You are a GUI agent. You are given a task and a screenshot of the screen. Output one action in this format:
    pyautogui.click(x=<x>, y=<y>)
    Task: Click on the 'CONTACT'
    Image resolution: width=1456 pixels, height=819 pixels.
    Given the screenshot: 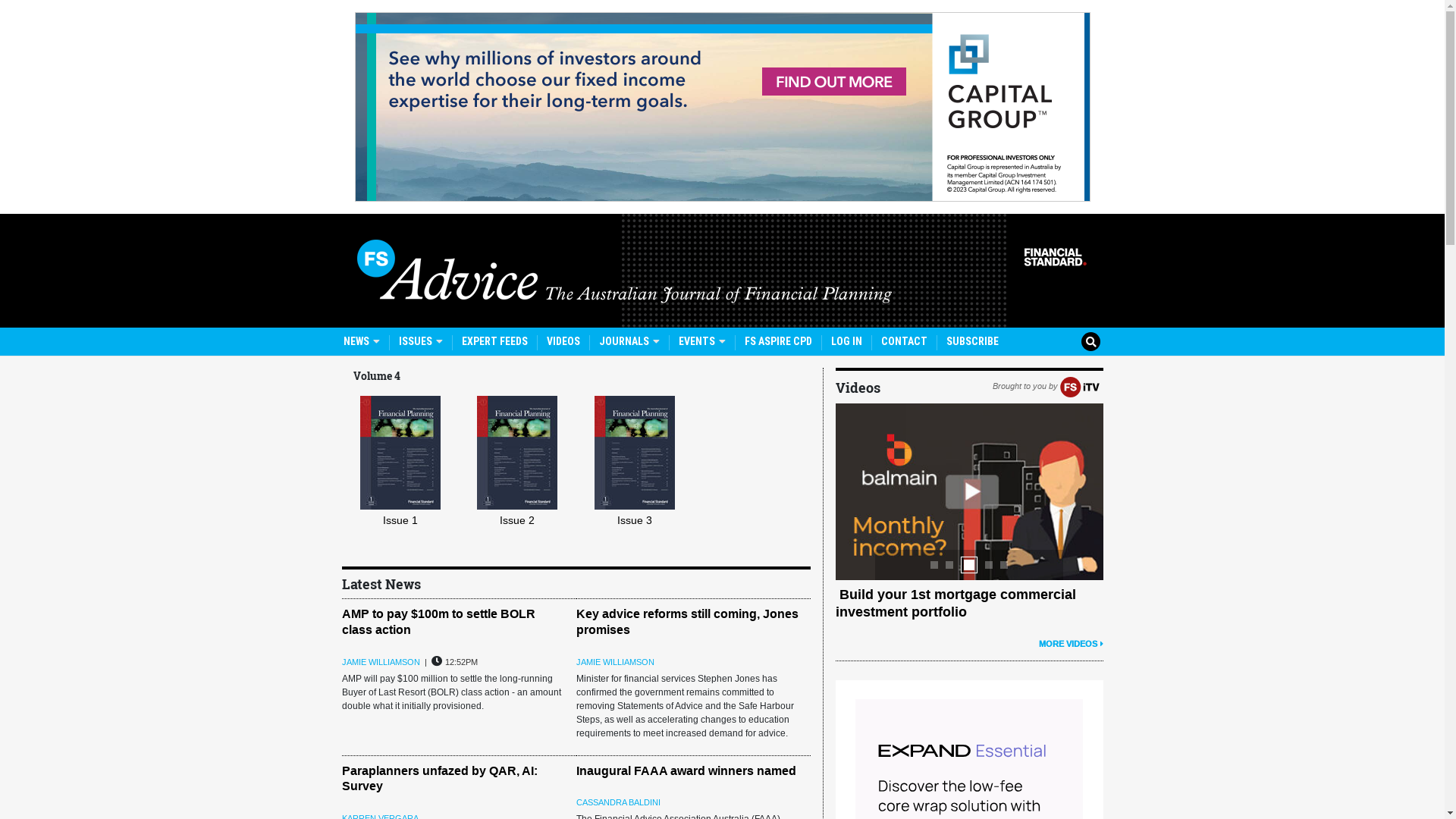 What is the action you would take?
    pyautogui.click(x=880, y=341)
    